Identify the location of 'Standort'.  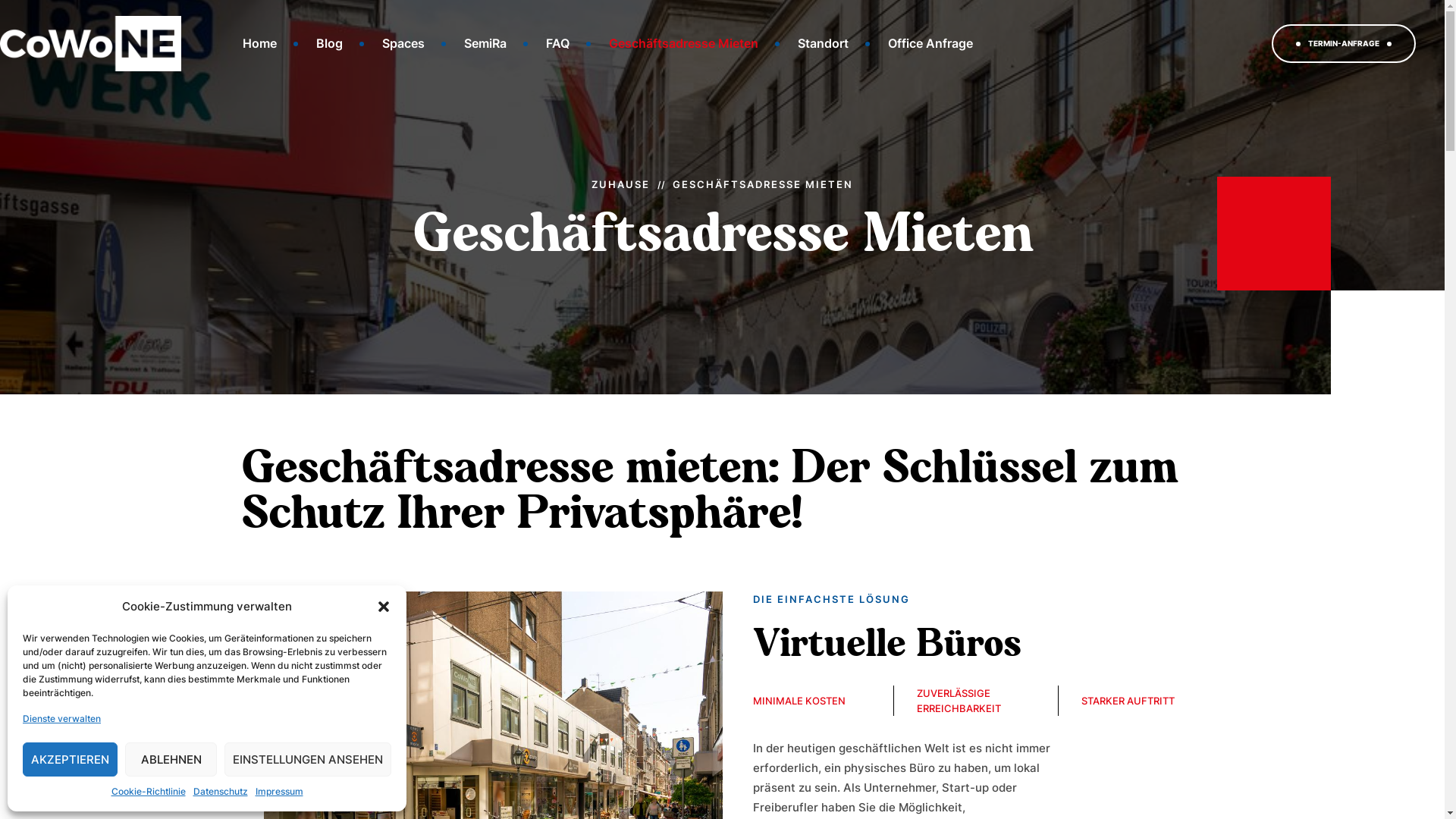
(822, 42).